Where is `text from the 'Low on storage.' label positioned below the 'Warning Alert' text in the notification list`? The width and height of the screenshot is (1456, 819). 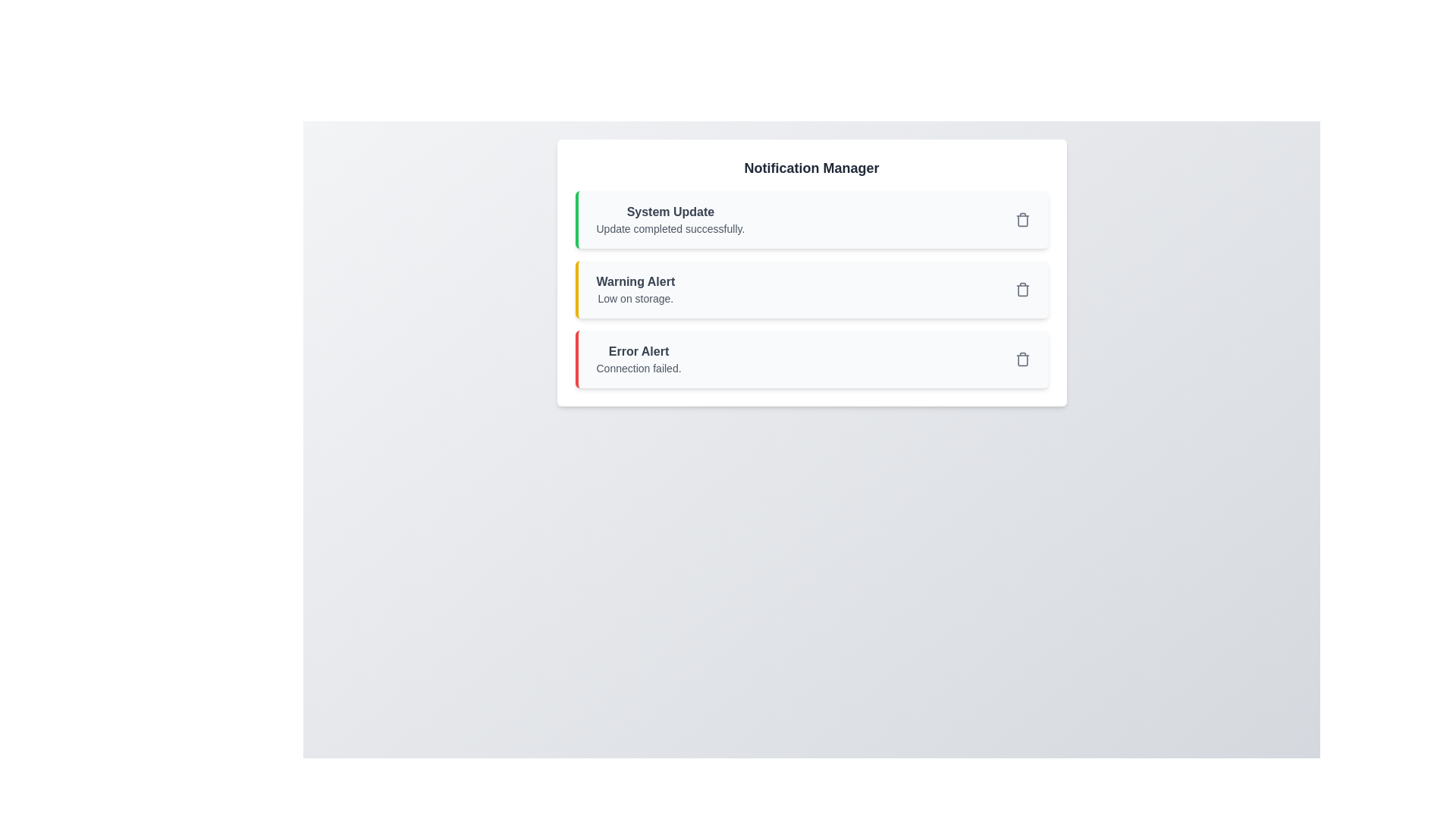 text from the 'Low on storage.' label positioned below the 'Warning Alert' text in the notification list is located at coordinates (635, 298).